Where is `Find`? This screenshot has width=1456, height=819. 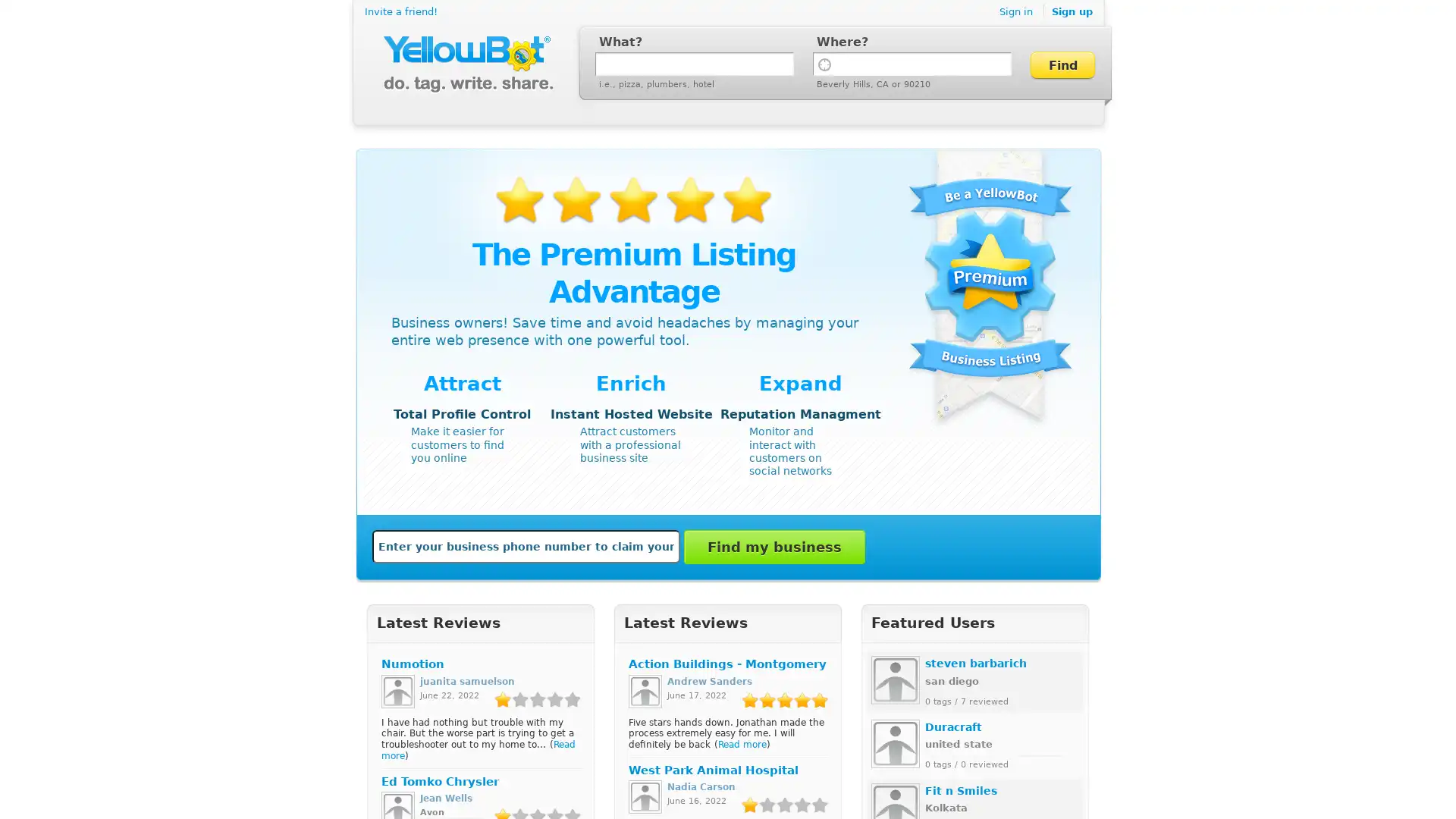 Find is located at coordinates (1062, 64).